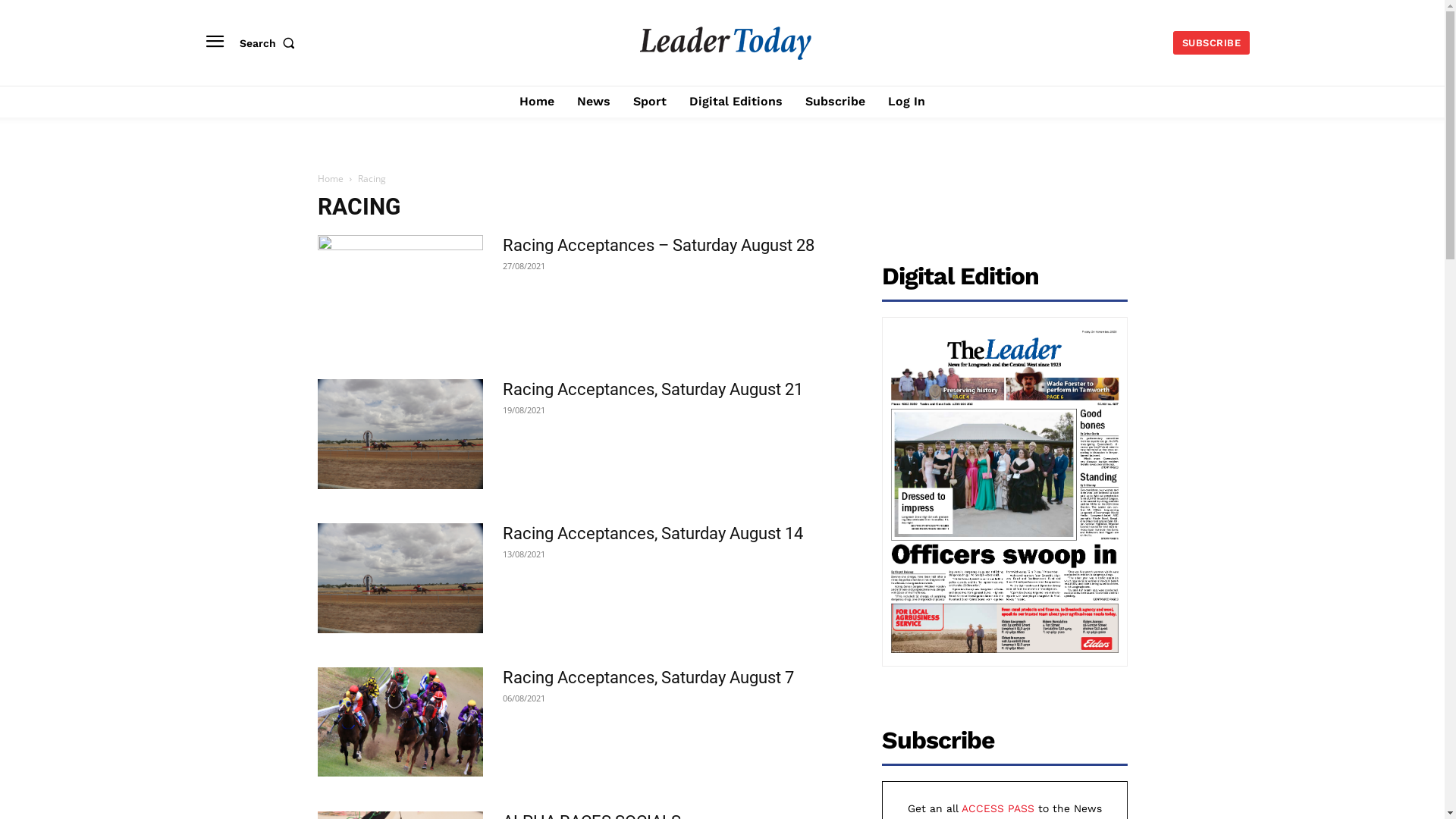 The width and height of the screenshot is (1456, 819). I want to click on 'Racing Acceptances, Saturday August 14', so click(400, 578).